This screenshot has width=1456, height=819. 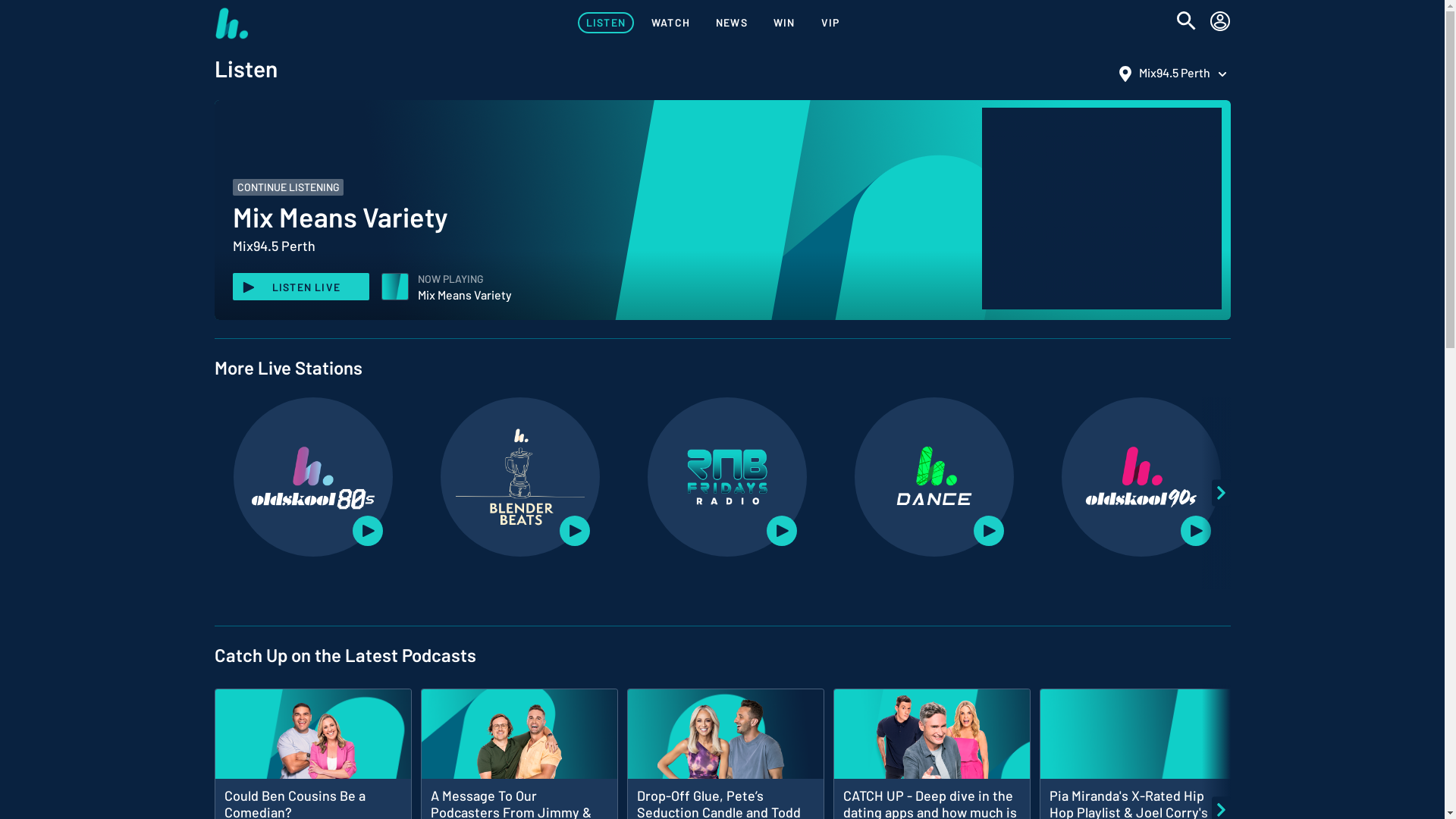 I want to click on 'LISTEN', so click(x=604, y=23).